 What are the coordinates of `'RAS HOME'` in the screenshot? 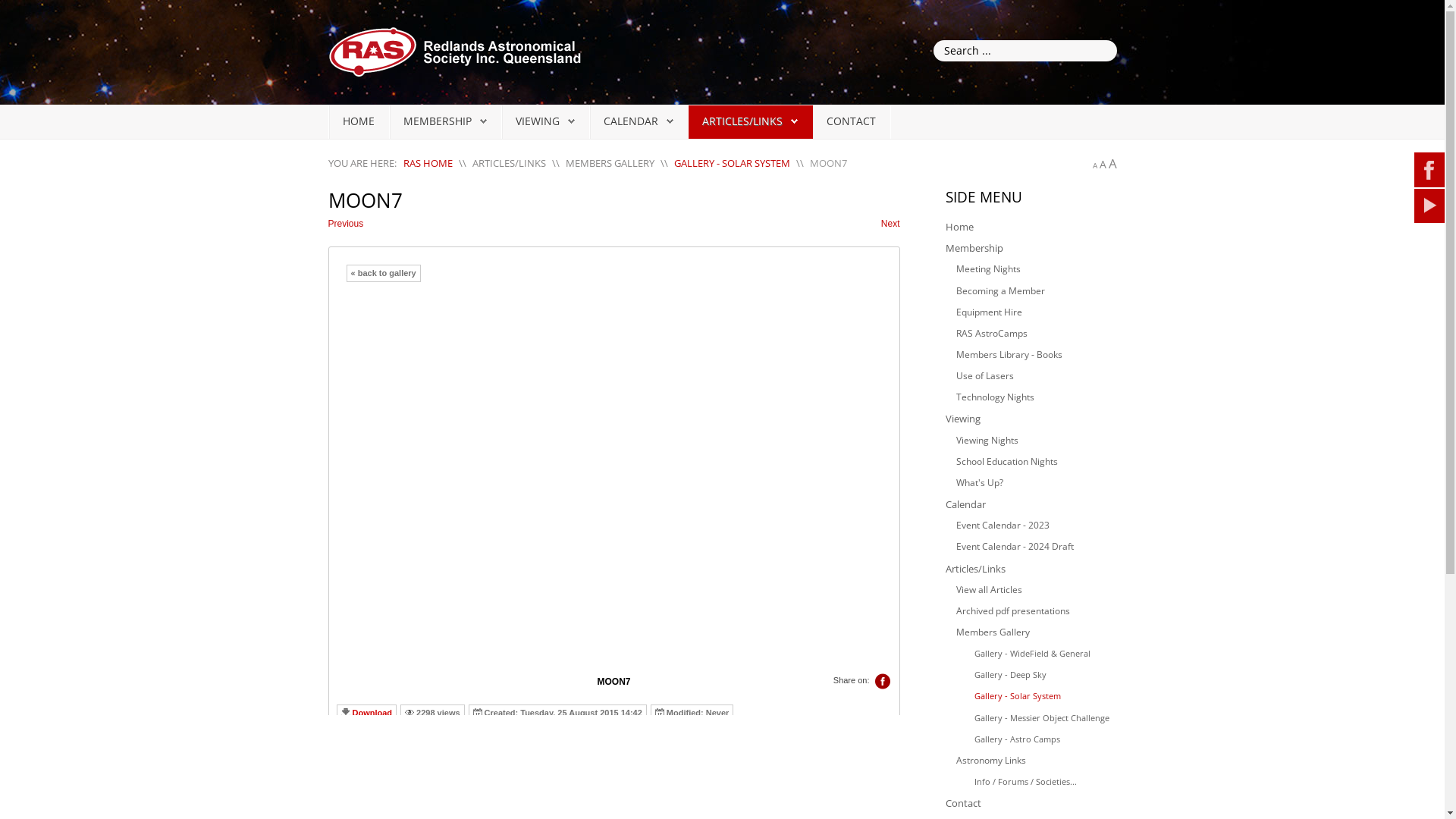 It's located at (427, 163).